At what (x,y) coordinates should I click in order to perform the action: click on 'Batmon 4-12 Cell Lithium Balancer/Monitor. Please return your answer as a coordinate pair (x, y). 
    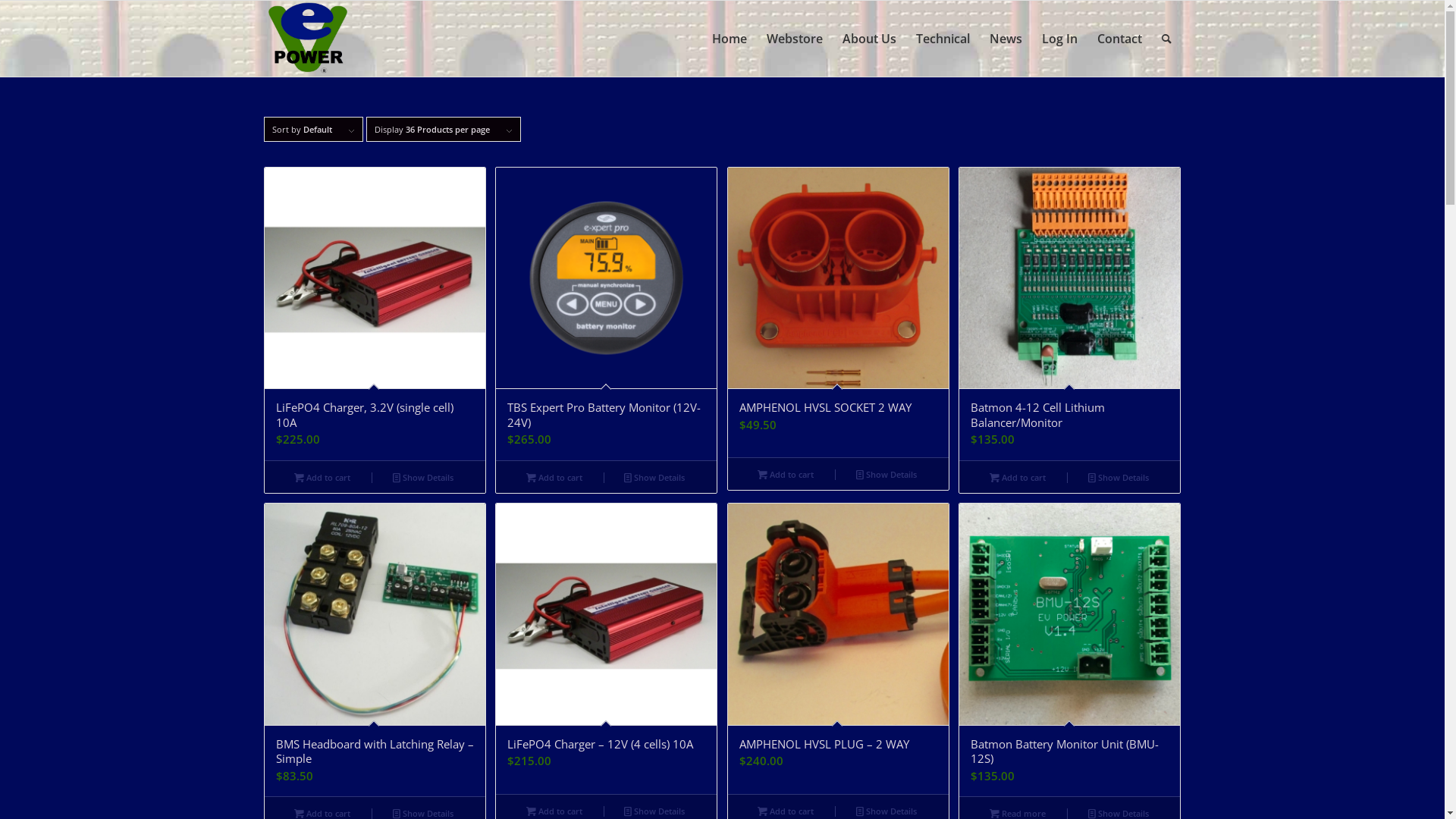
    Looking at the image, I should click on (1068, 312).